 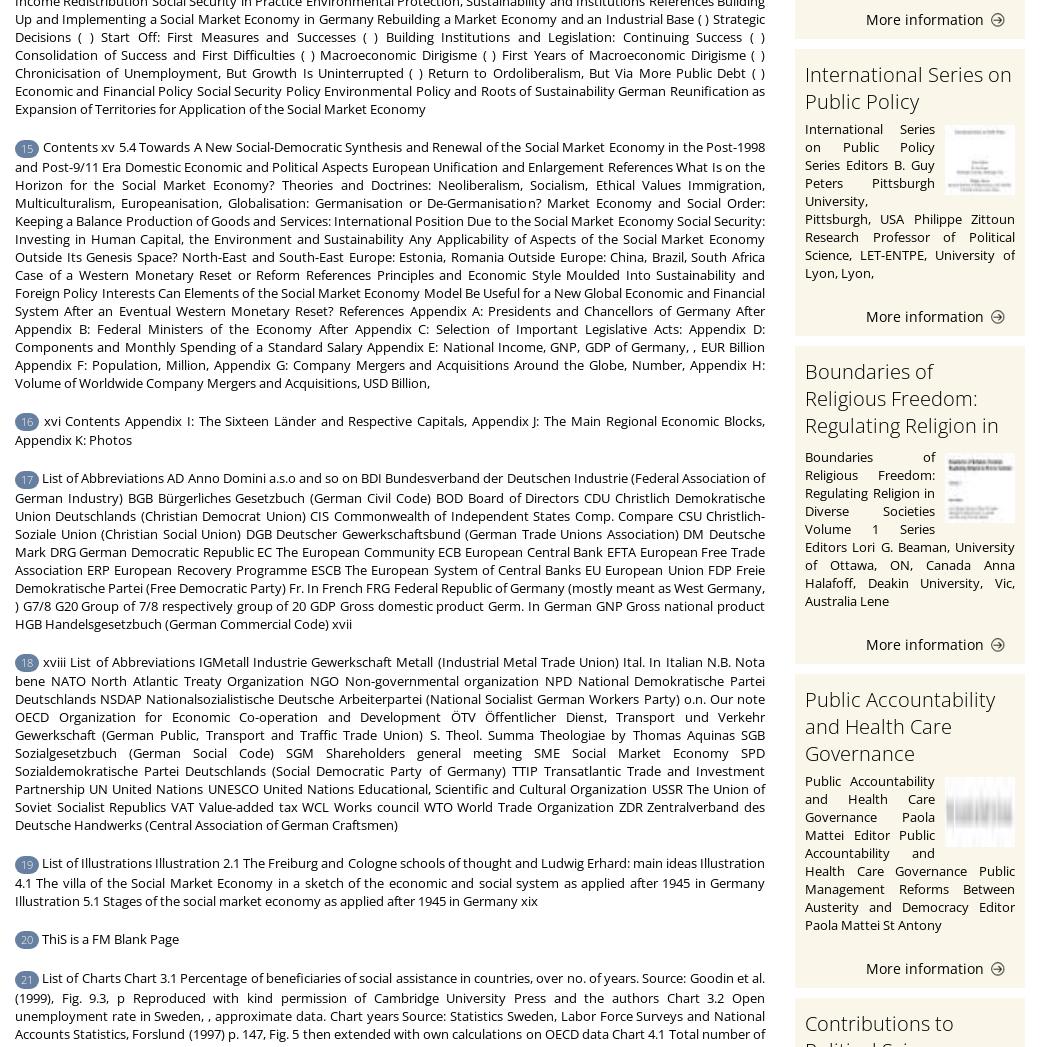 What do you see at coordinates (910, 528) in the screenshot?
I see `'Boundaries of Religious Freedom: Regulating Religion in Diverse Societies Volume 1 Series Editors Lori G. Beaman, University of Ottawa, ON, Canada Anna Halafoff, Deakin University, Vic, Australia Lene'` at bounding box center [910, 528].